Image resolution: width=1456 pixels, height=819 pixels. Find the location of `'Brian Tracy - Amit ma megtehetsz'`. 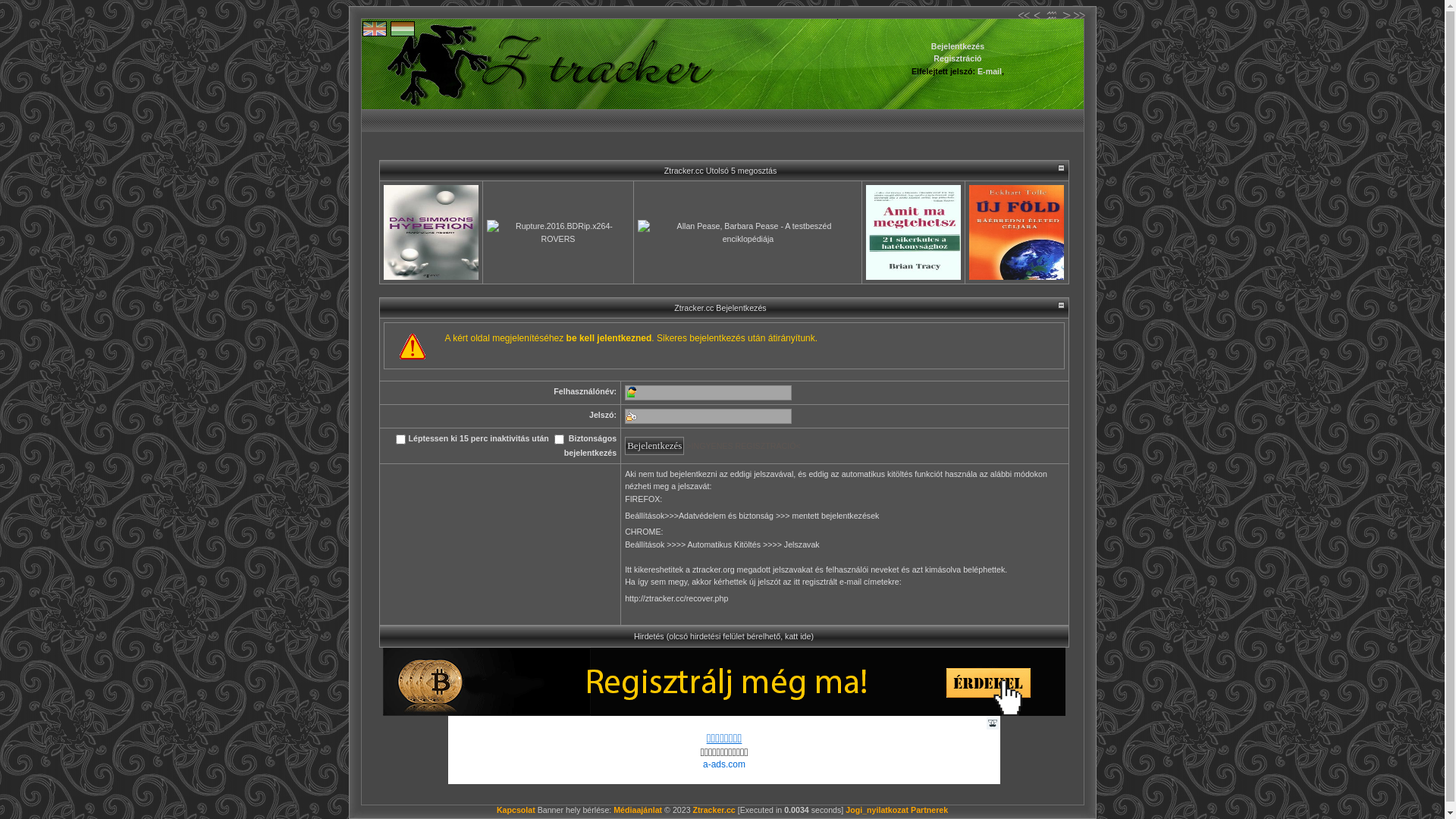

'Brian Tracy - Amit ma megtehetsz' is located at coordinates (912, 232).